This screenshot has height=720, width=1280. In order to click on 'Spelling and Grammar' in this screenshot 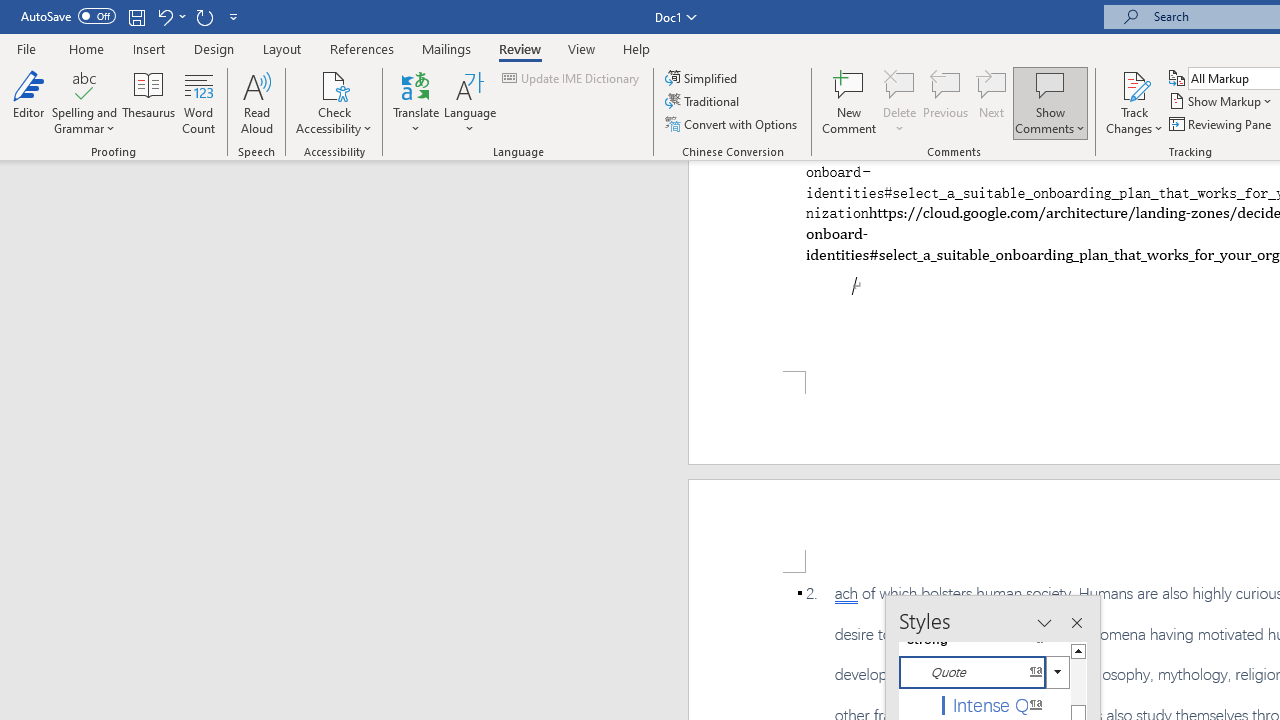, I will do `click(84, 103)`.